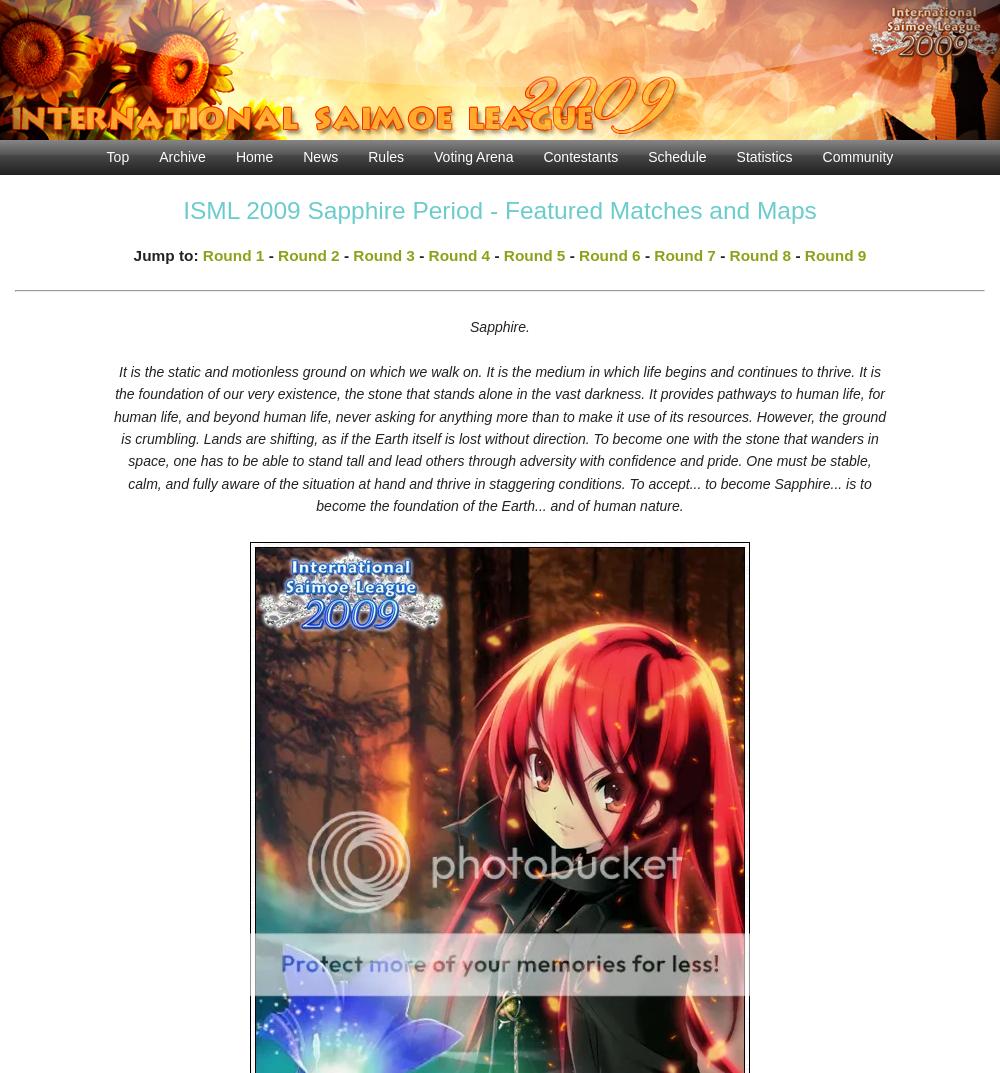 The height and width of the screenshot is (1073, 1000). Describe the element at coordinates (116, 155) in the screenshot. I see `'Top'` at that location.